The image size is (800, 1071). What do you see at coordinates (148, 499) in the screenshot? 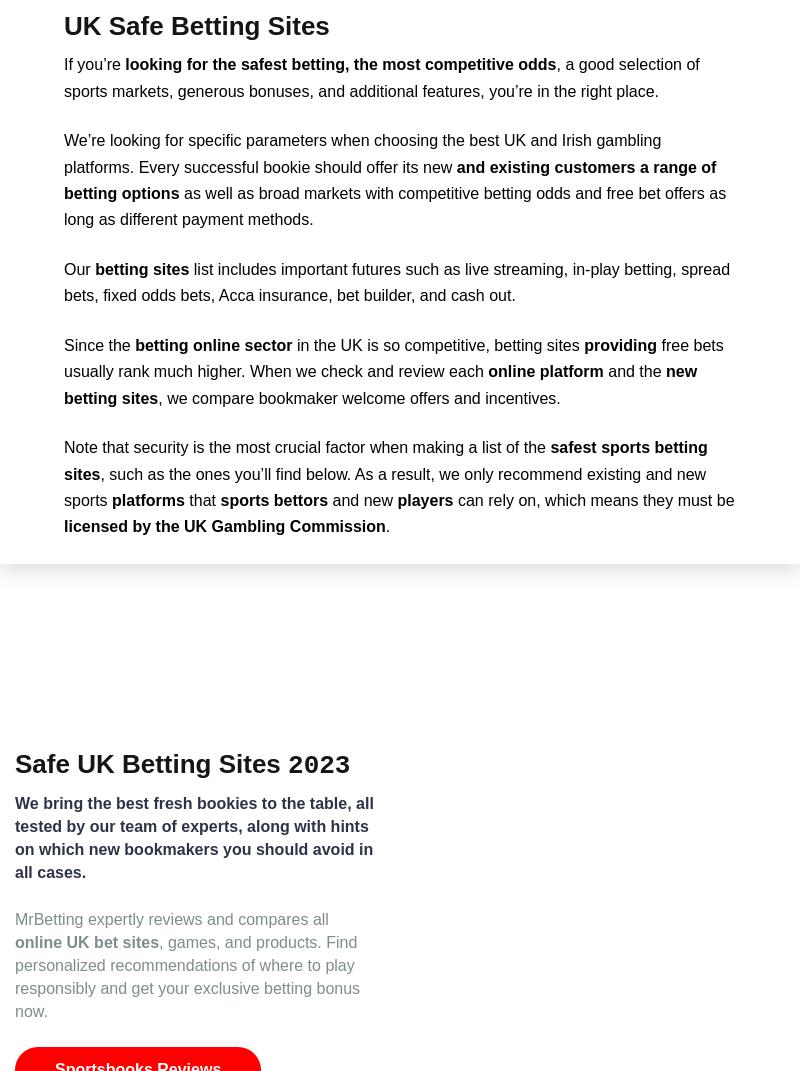
I see `'platforms'` at bounding box center [148, 499].